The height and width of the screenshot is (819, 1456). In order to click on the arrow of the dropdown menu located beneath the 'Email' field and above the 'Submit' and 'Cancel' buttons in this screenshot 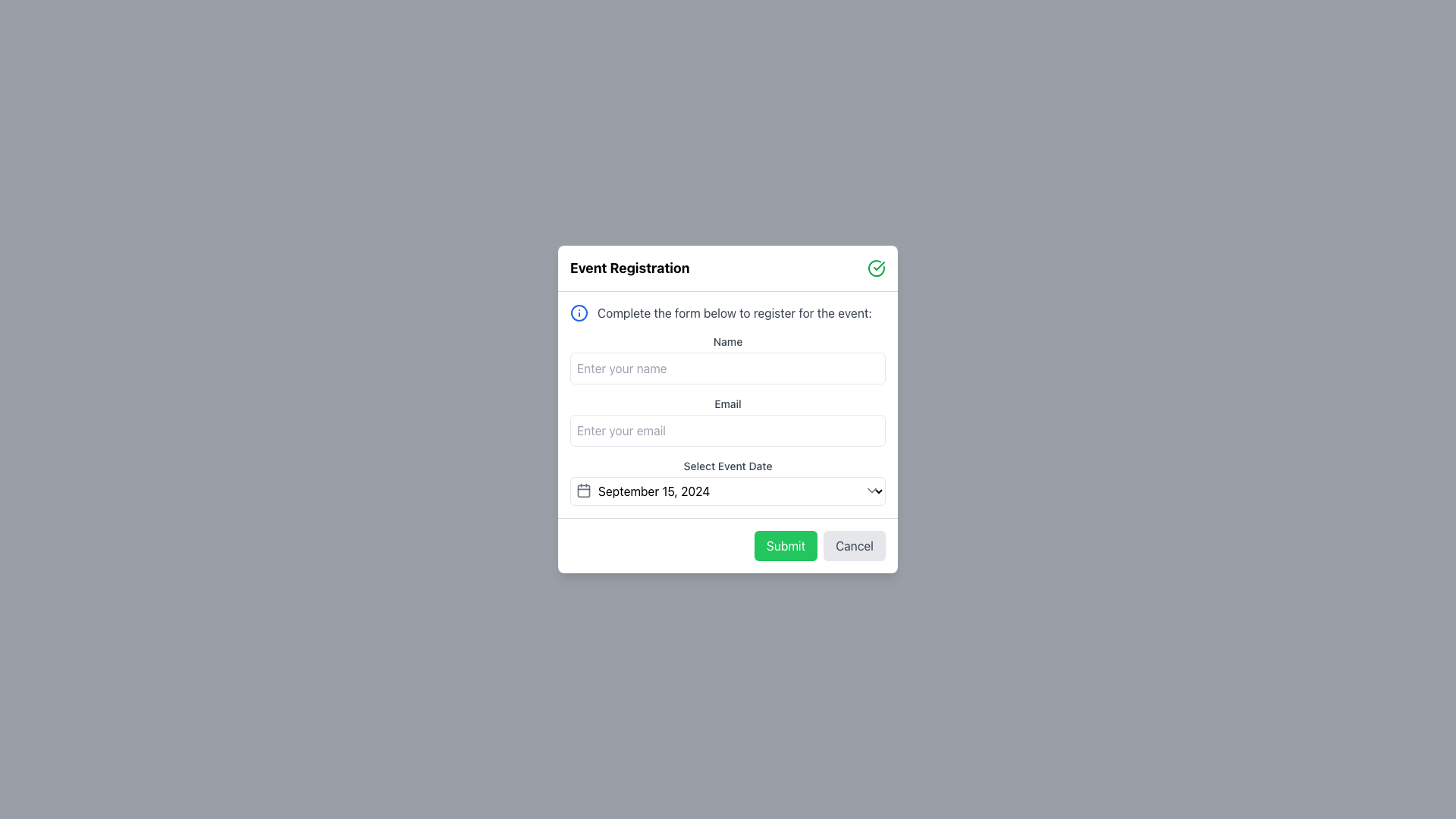, I will do `click(728, 482)`.